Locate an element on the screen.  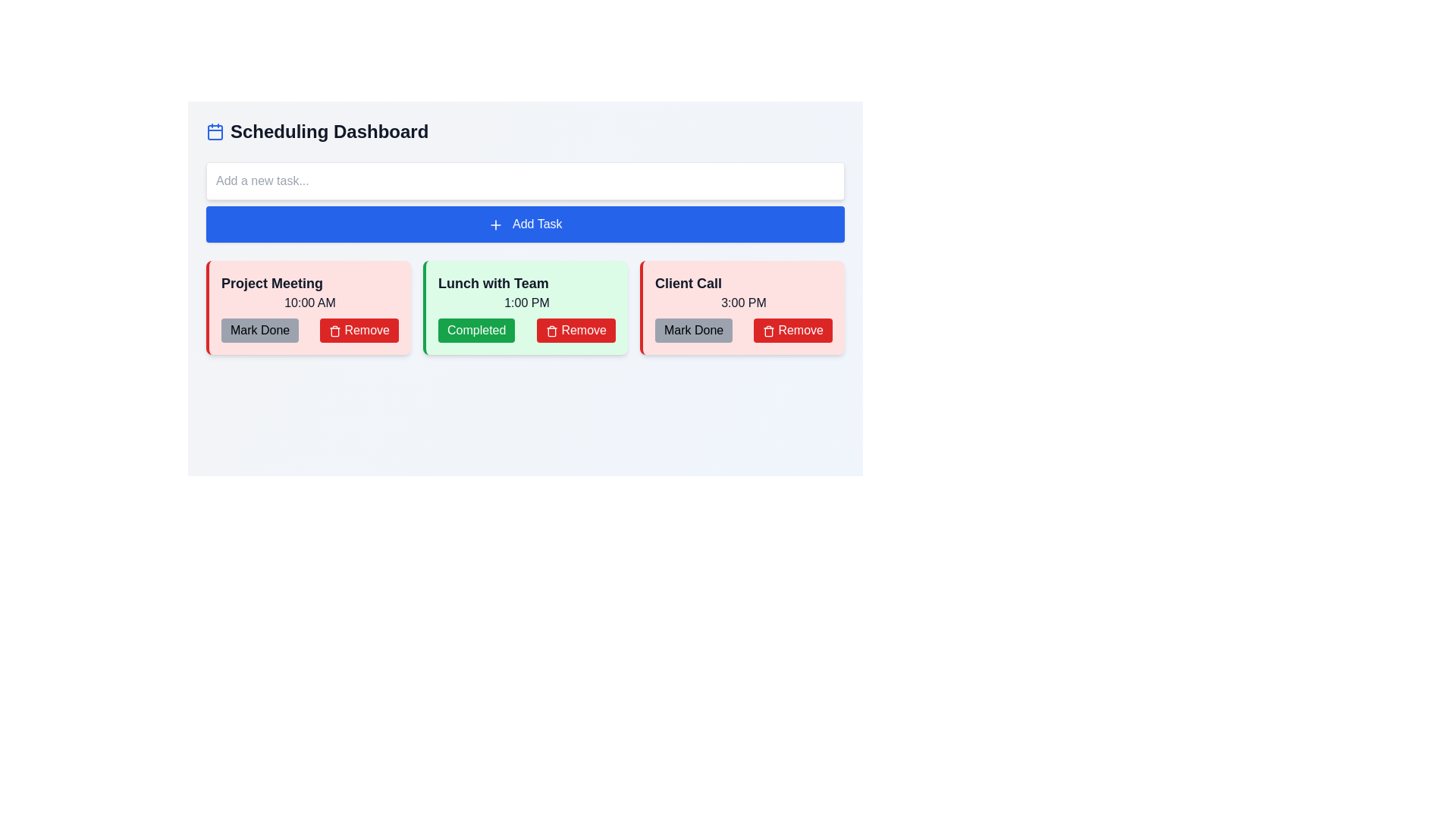
the stylized trash icon that is part of the 'Remove' button adjacent to the 'Client Call' card at 3:00 PM is located at coordinates (768, 331).